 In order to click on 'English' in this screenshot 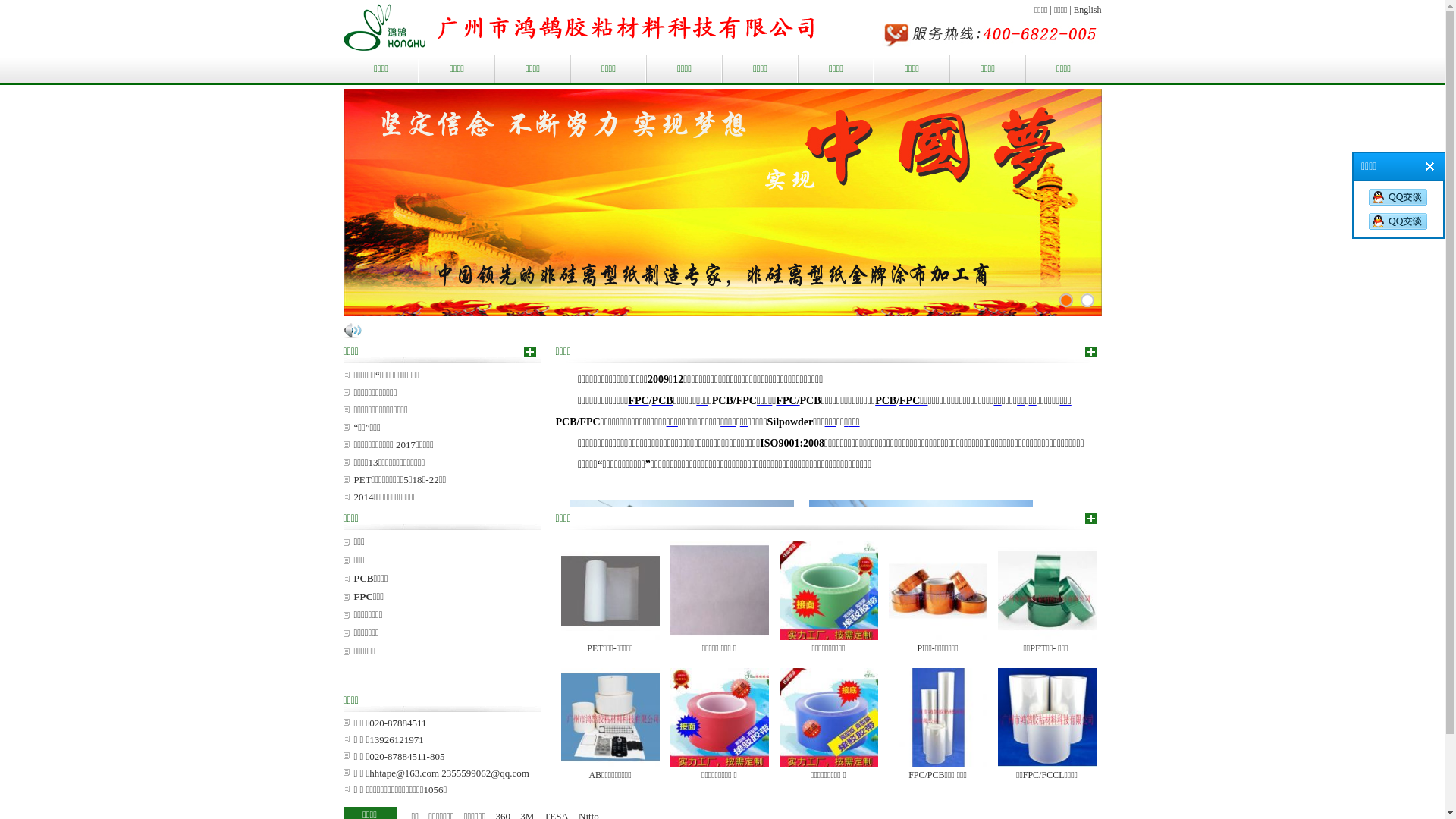, I will do `click(1073, 9)`.